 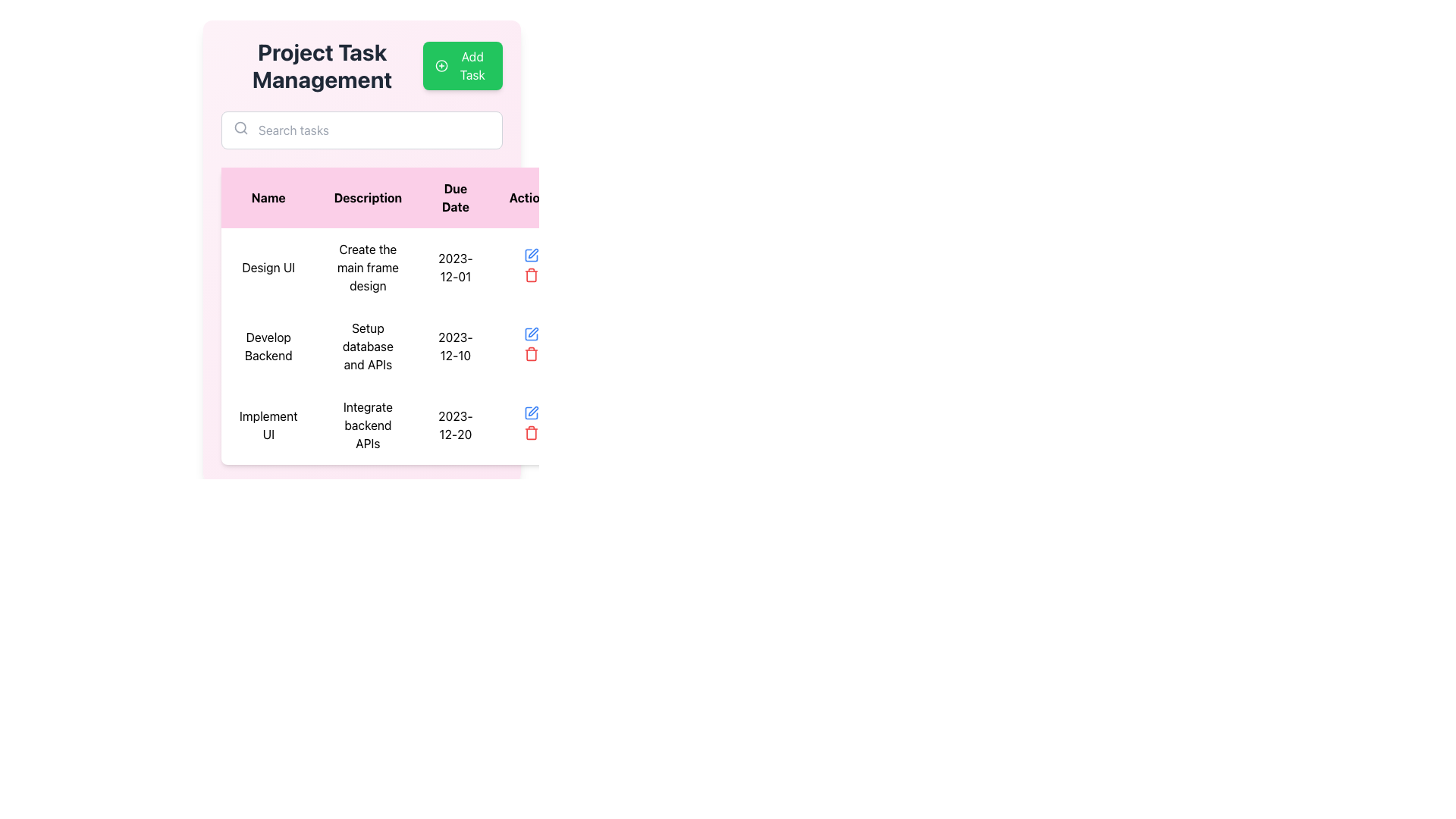 I want to click on the non-interactive text label displaying the due date for the task 'Develop Backend' located in the second row of the 'Due Date' column in the table, so click(x=454, y=346).